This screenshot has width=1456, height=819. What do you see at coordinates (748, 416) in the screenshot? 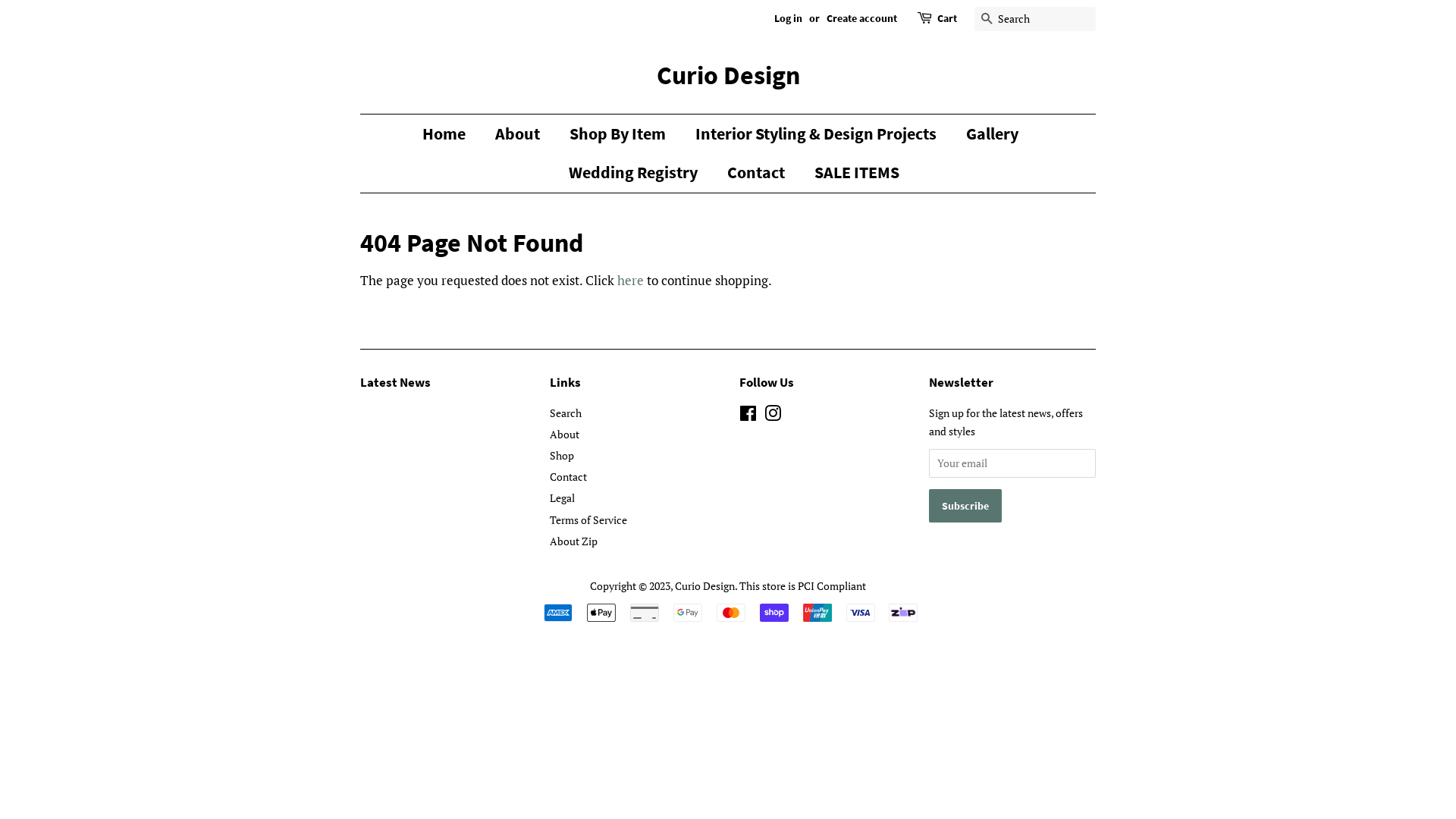
I see `'Facebook'` at bounding box center [748, 416].